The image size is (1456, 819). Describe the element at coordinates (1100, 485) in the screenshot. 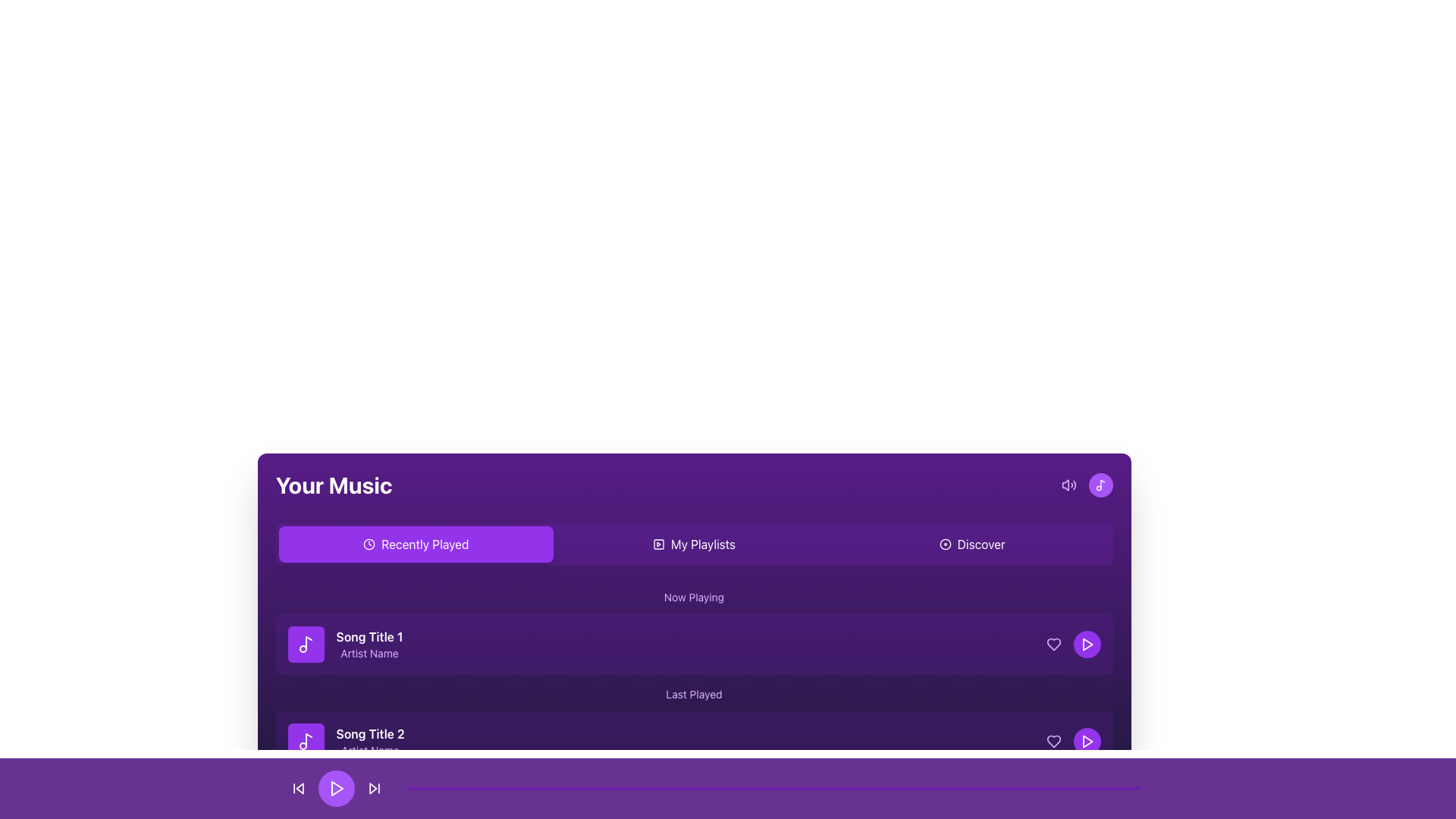

I see `the circular button with a purple background and a white music note icon located in the top-right corner of the interface` at that location.